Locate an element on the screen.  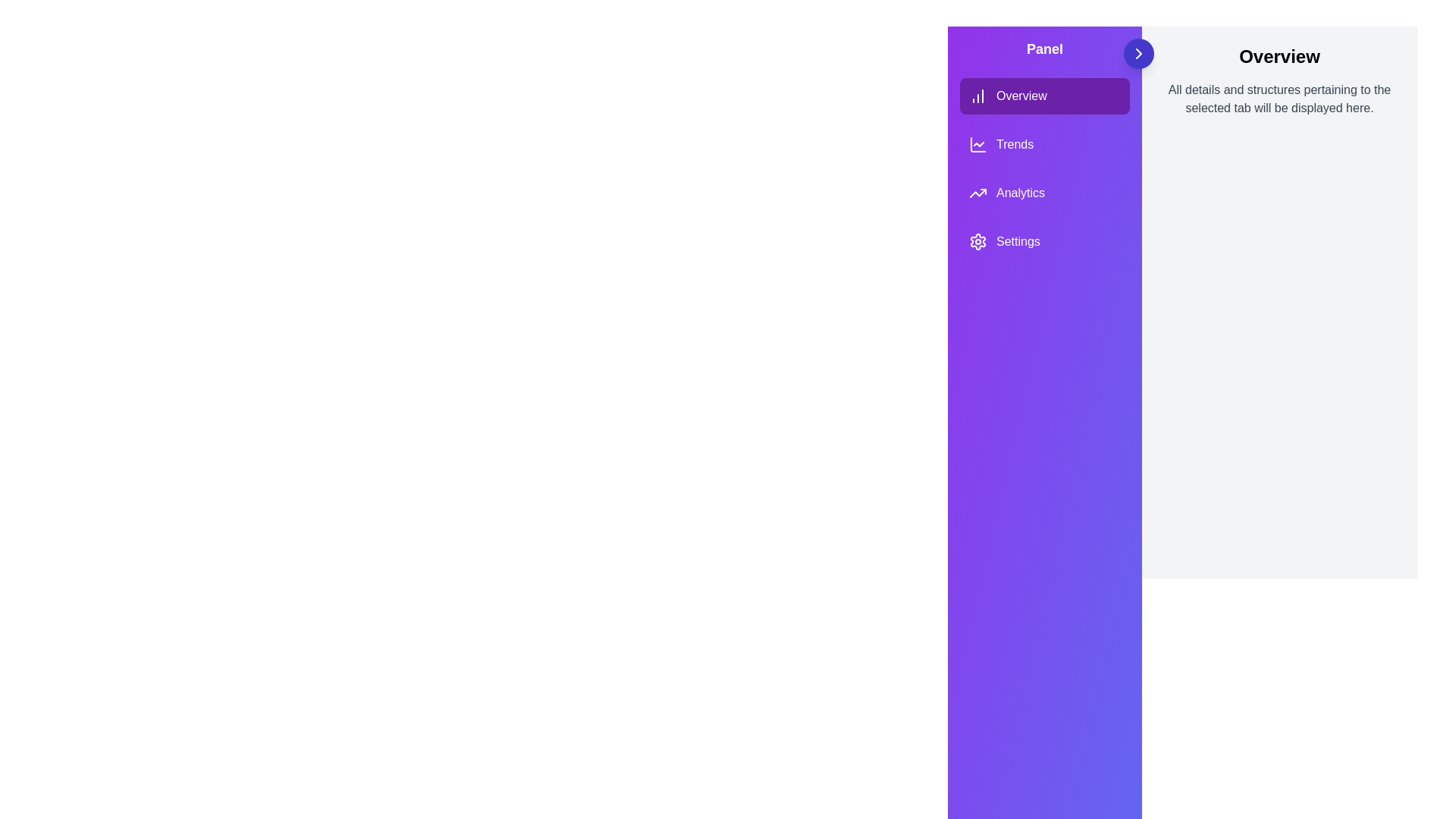
the tab labeled Settings from the menu is located at coordinates (1043, 241).